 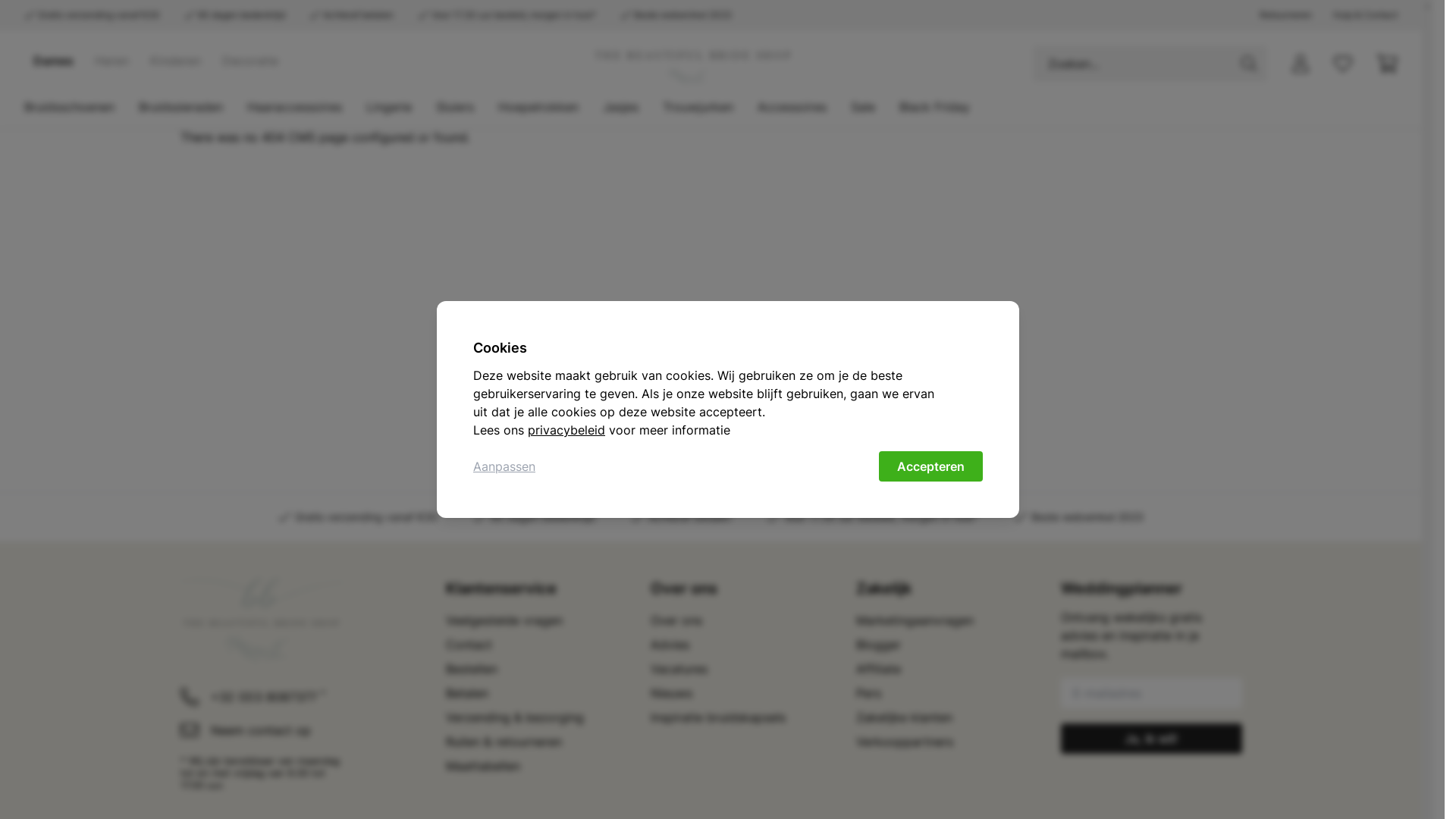 I want to click on 'privacybeleid', so click(x=566, y=430).